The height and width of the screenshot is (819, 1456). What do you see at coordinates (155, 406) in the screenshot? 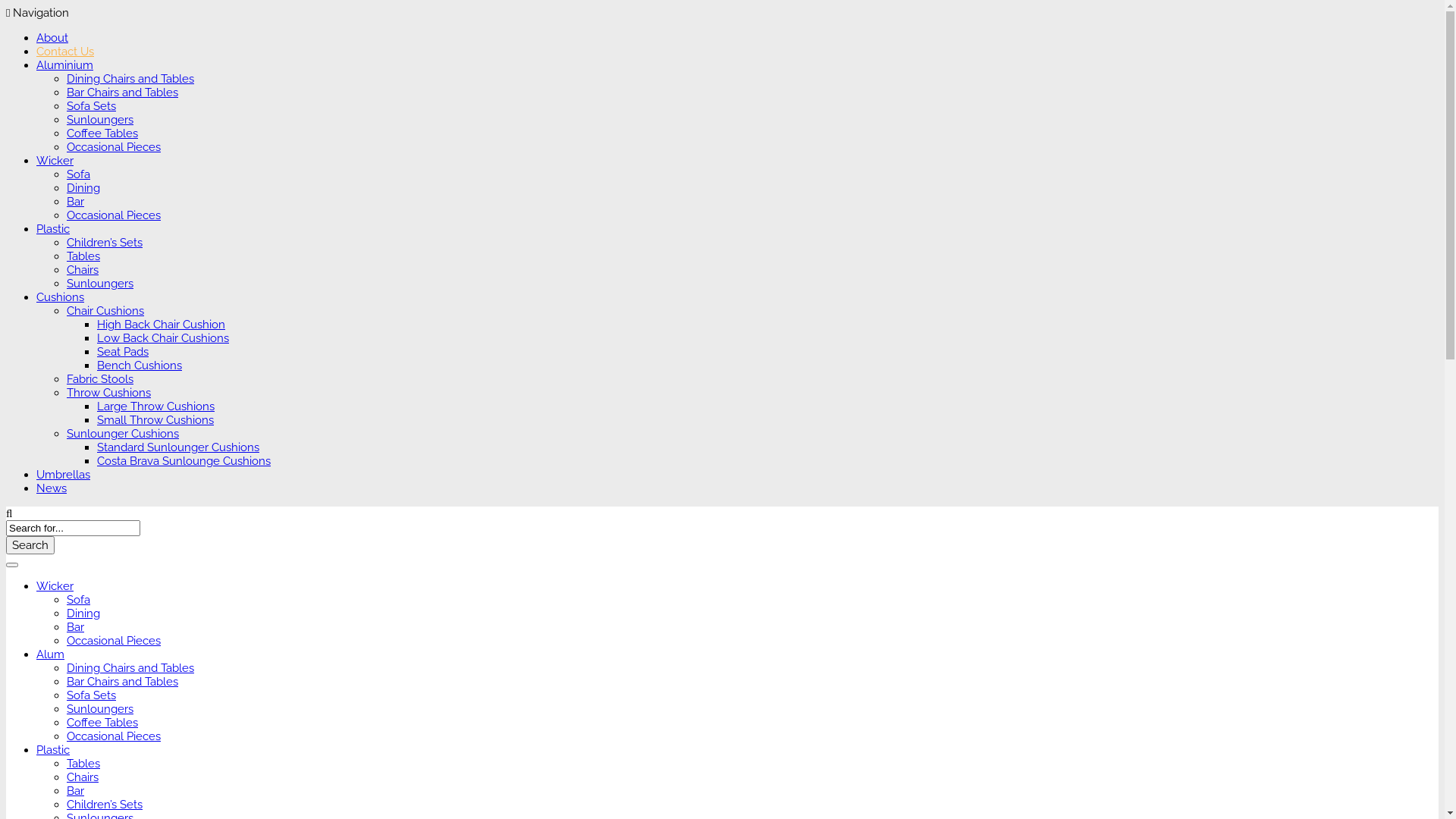
I see `'Large Throw Cushions'` at bounding box center [155, 406].